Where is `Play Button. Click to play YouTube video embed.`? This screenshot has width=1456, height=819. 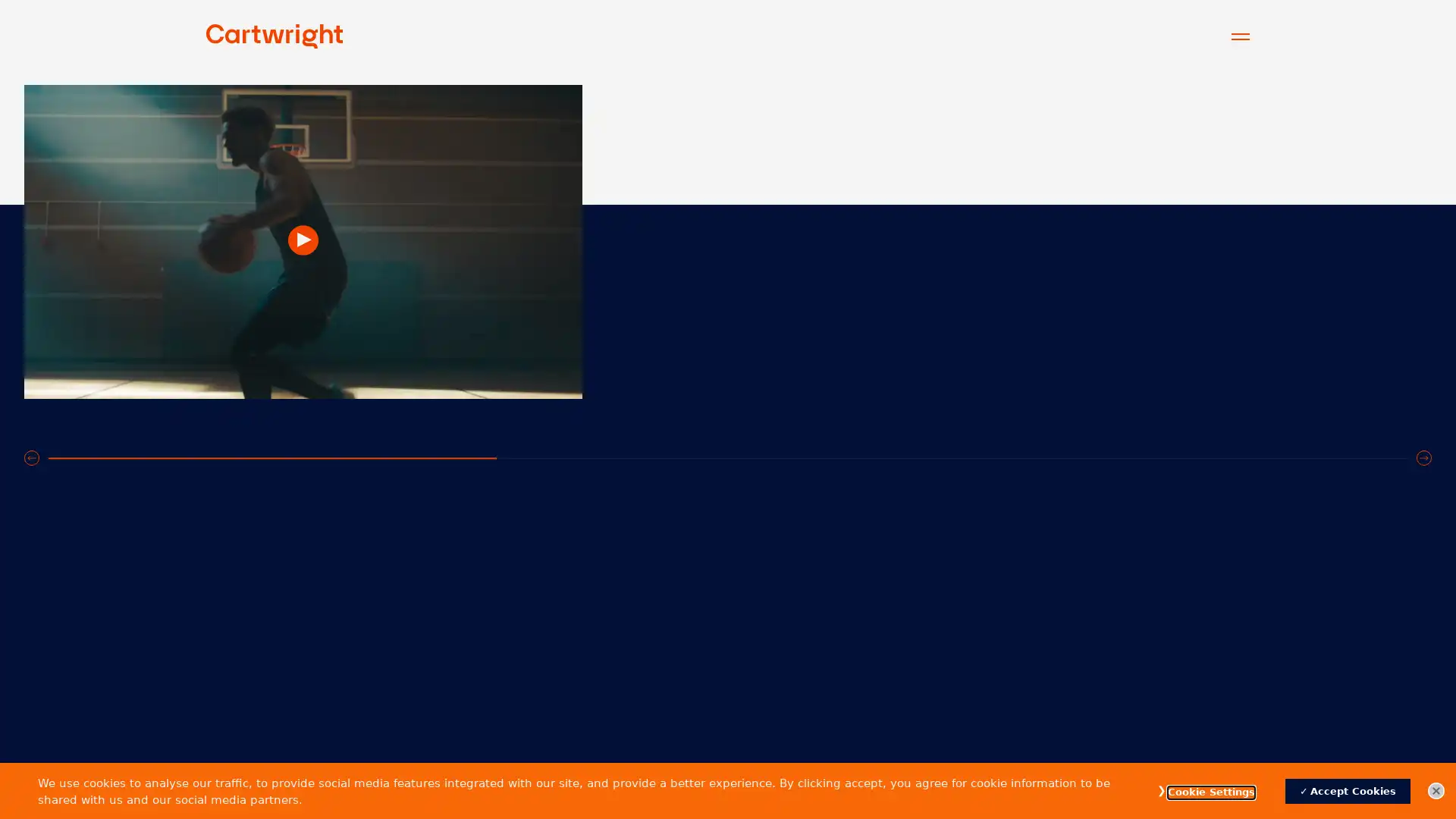 Play Button. Click to play YouTube video embed. is located at coordinates (728, 377).